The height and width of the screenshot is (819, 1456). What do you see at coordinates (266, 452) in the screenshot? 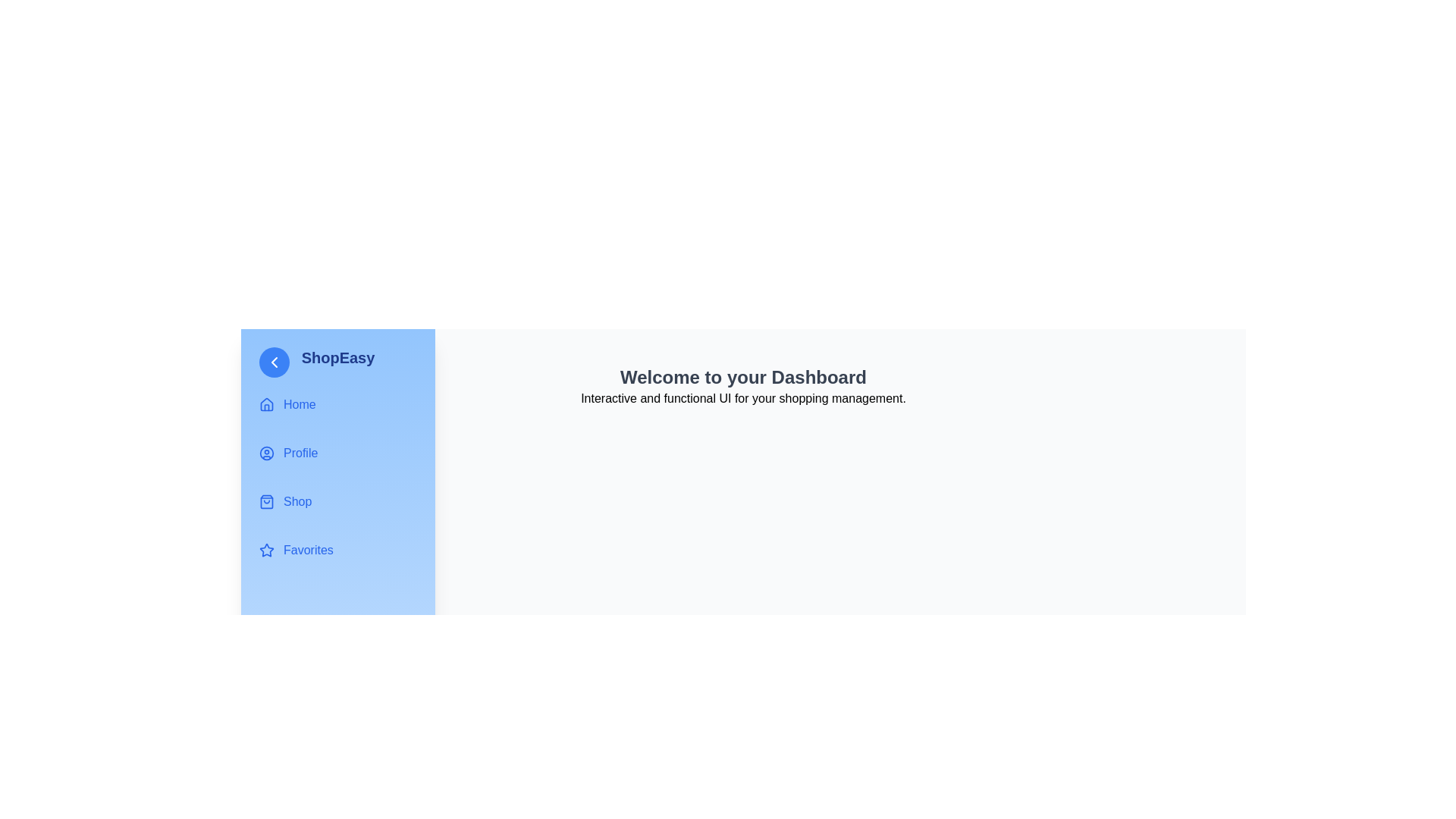
I see `the SVG circle element with a blue border that represents the user profile icon in the vertical menu on the left side of the interface` at bounding box center [266, 452].